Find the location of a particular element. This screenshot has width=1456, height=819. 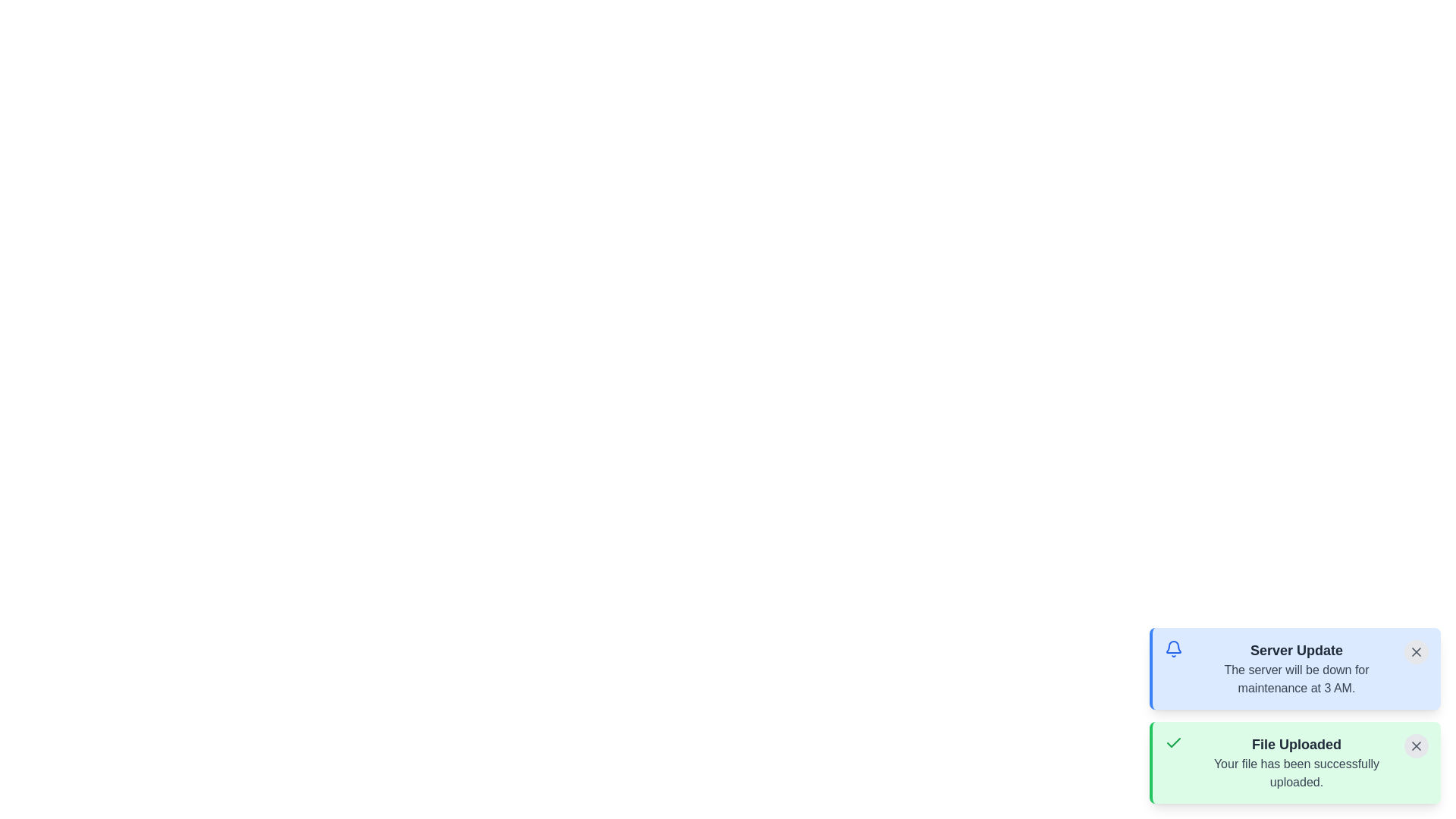

the green checkmark icon located at the top-left corner of the 'File Uploaded' green notification card, indicating successful completion is located at coordinates (1173, 742).